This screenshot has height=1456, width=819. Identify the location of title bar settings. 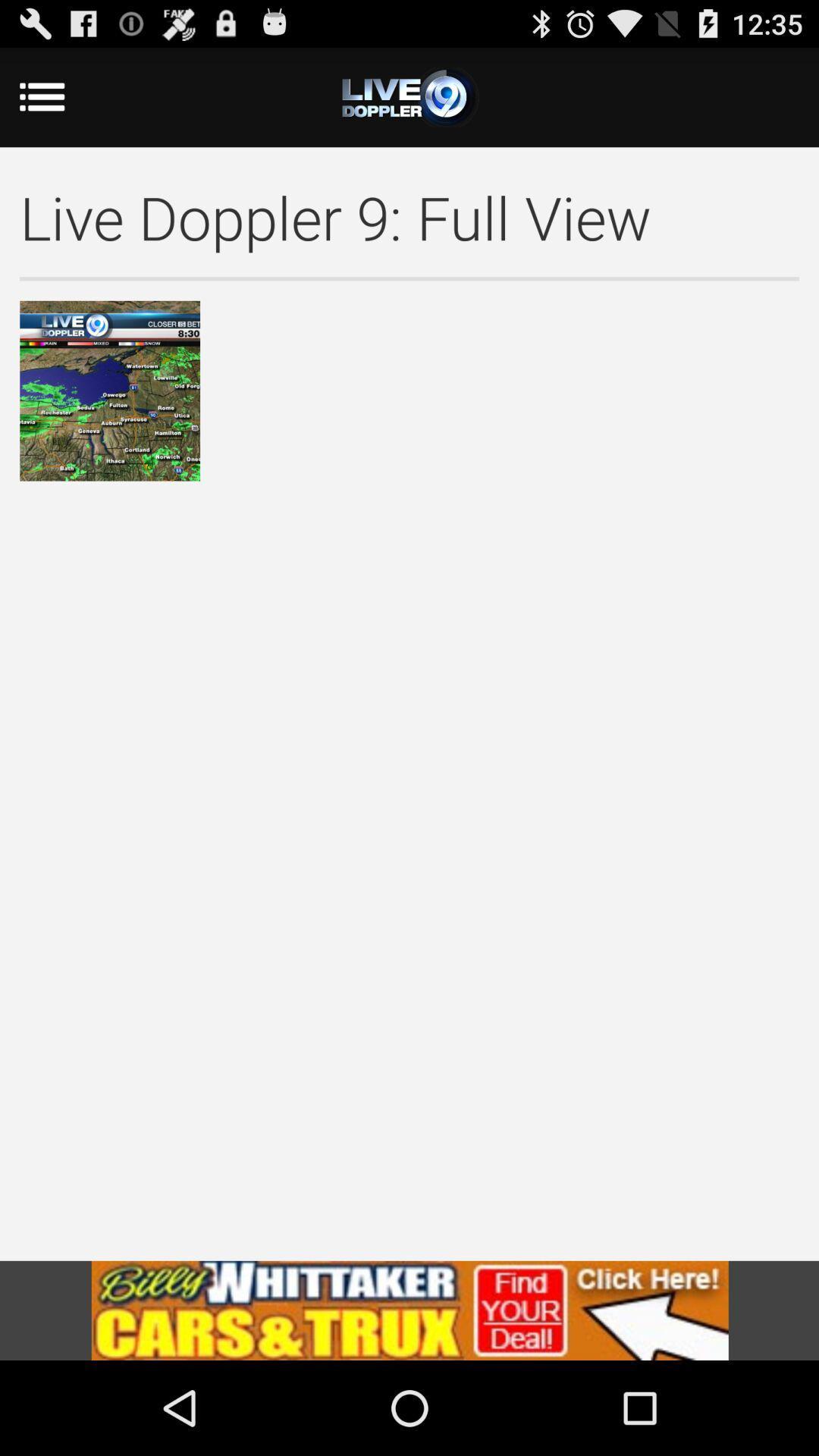
(409, 96).